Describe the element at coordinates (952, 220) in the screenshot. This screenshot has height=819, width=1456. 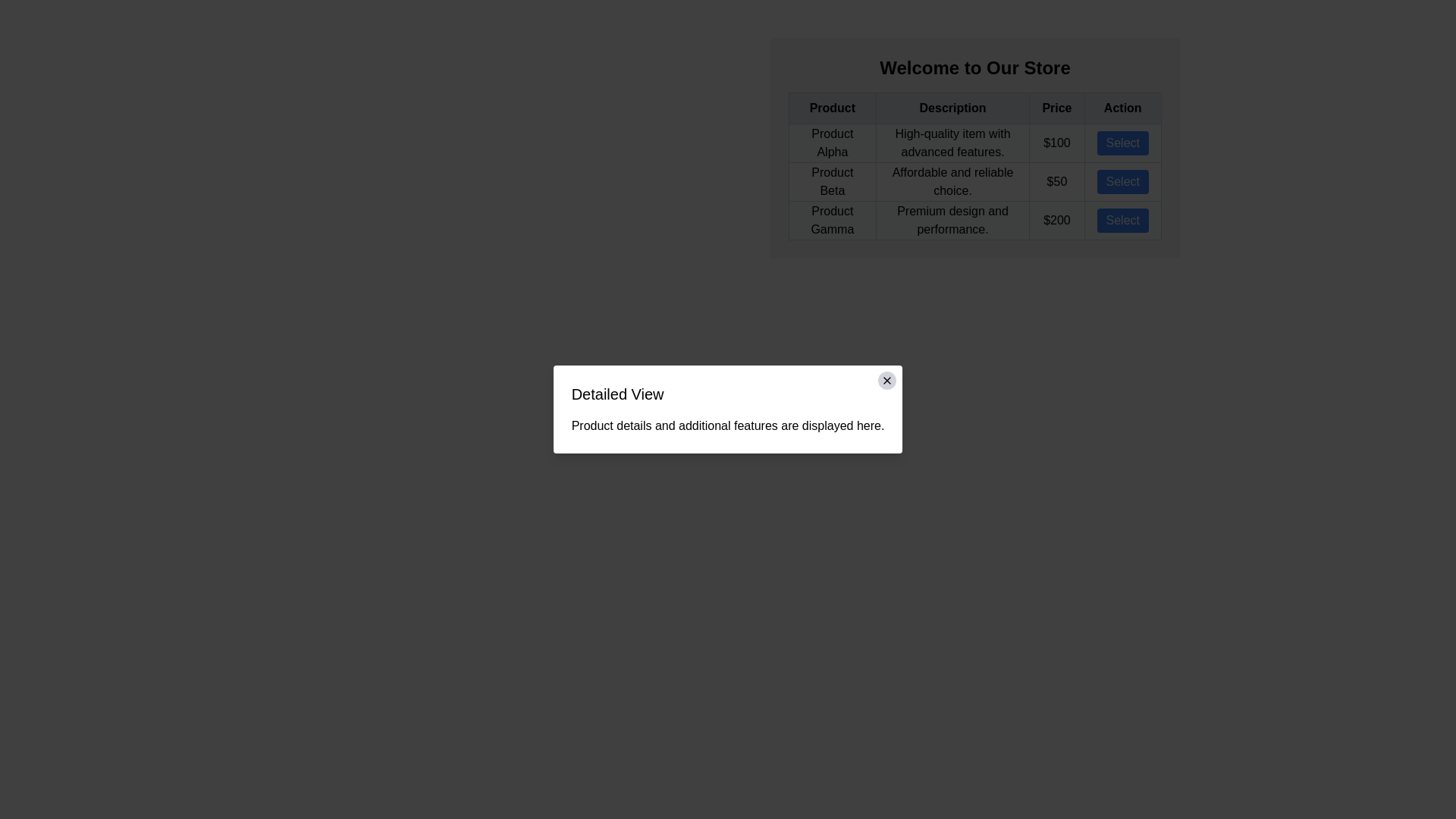
I see `the static text element that describes 'Product Gamma', which is located in the second column of the third row of the table` at that location.